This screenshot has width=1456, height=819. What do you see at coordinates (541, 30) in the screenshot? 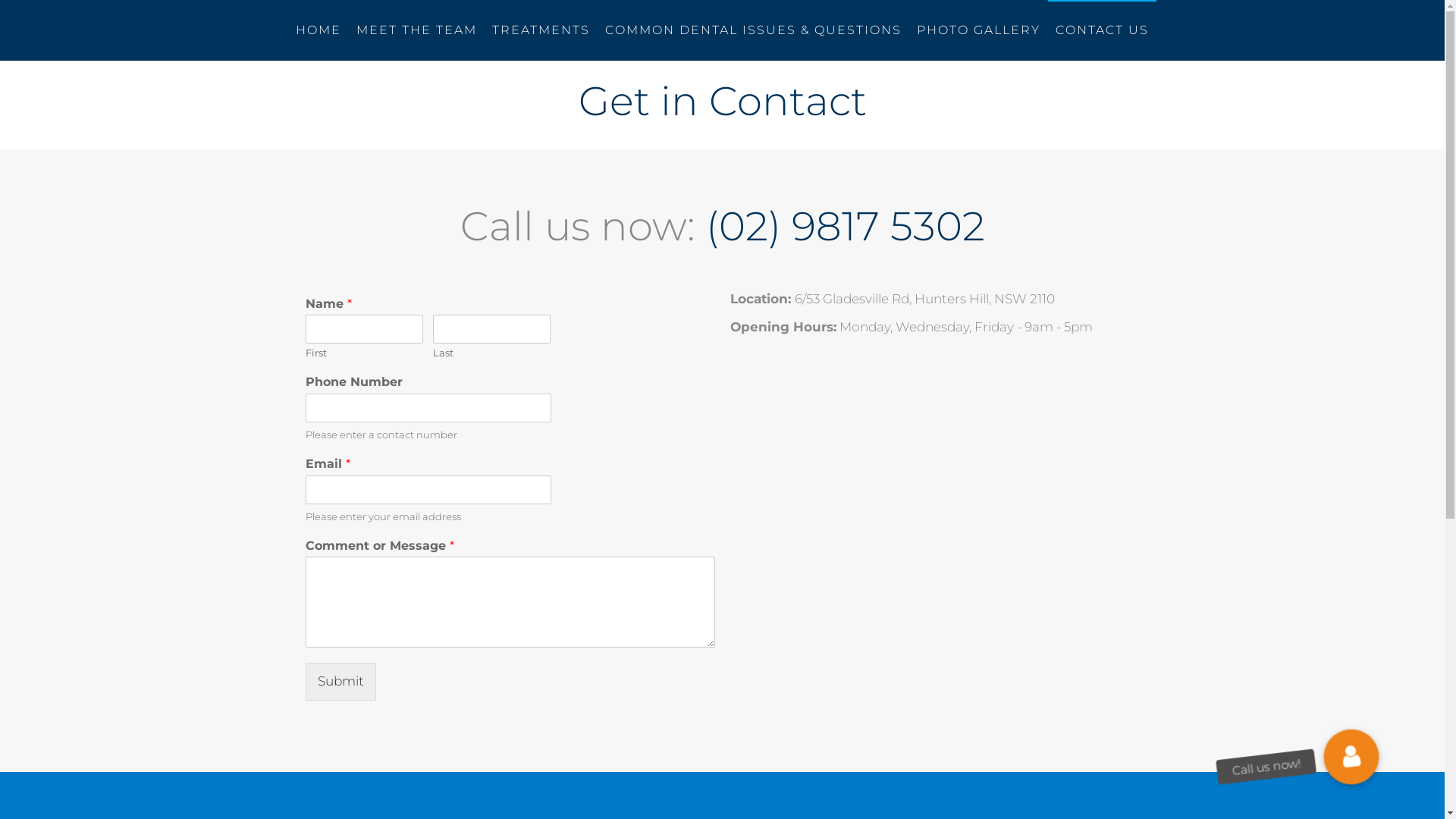
I see `'TREATMENTS'` at bounding box center [541, 30].